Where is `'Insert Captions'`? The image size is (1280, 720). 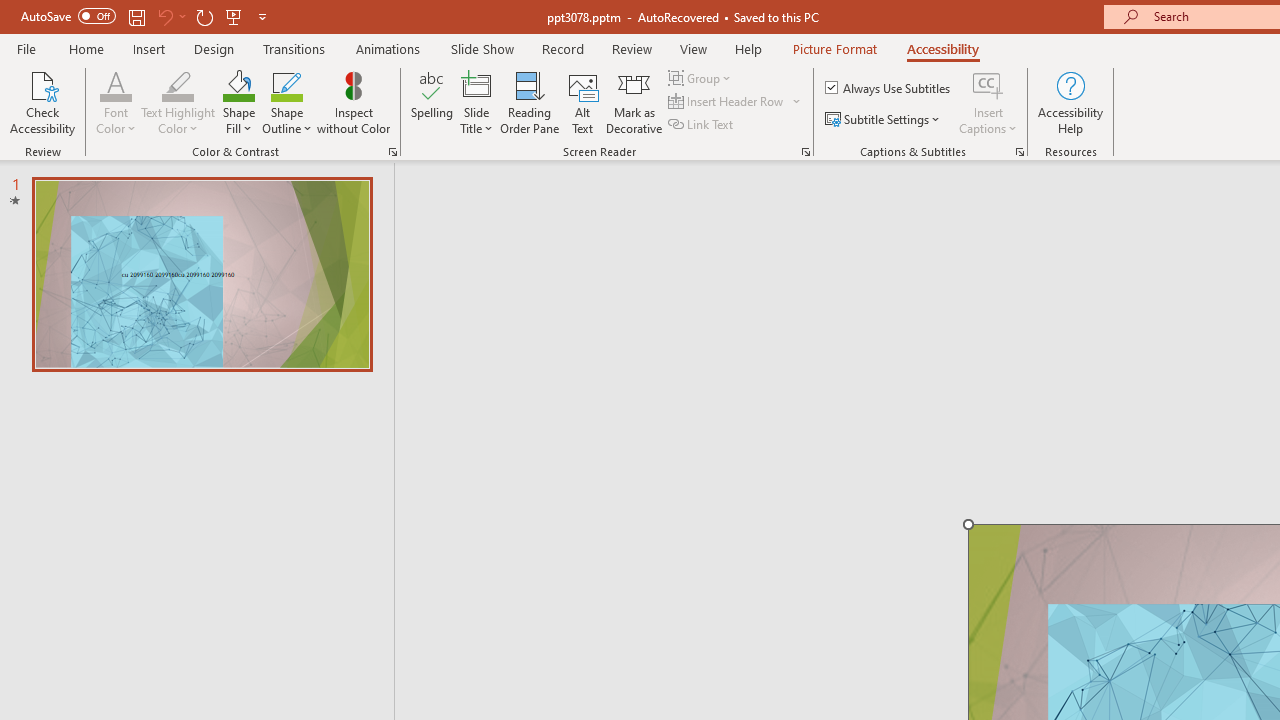 'Insert Captions' is located at coordinates (988, 84).